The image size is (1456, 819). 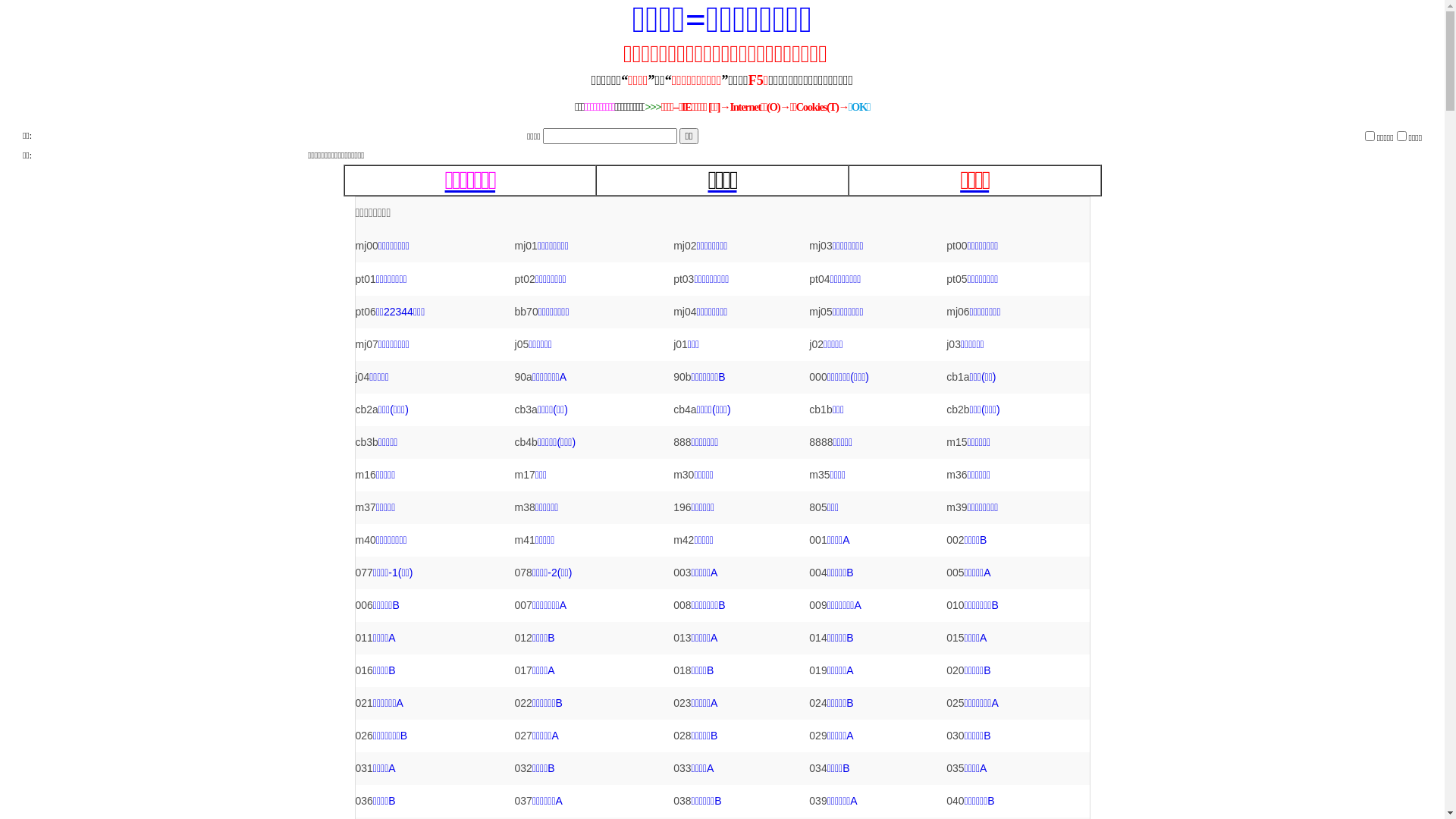 I want to click on '023', so click(x=681, y=702).